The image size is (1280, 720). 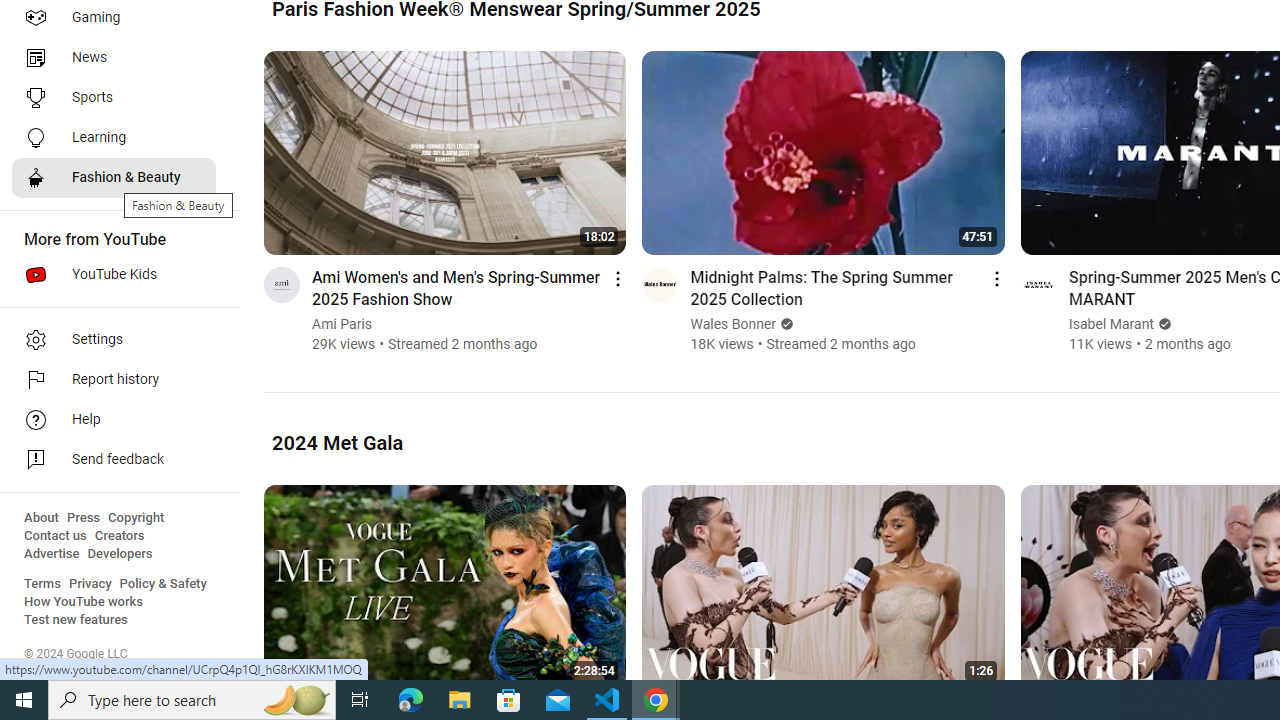 What do you see at coordinates (112, 97) in the screenshot?
I see `'Sports'` at bounding box center [112, 97].